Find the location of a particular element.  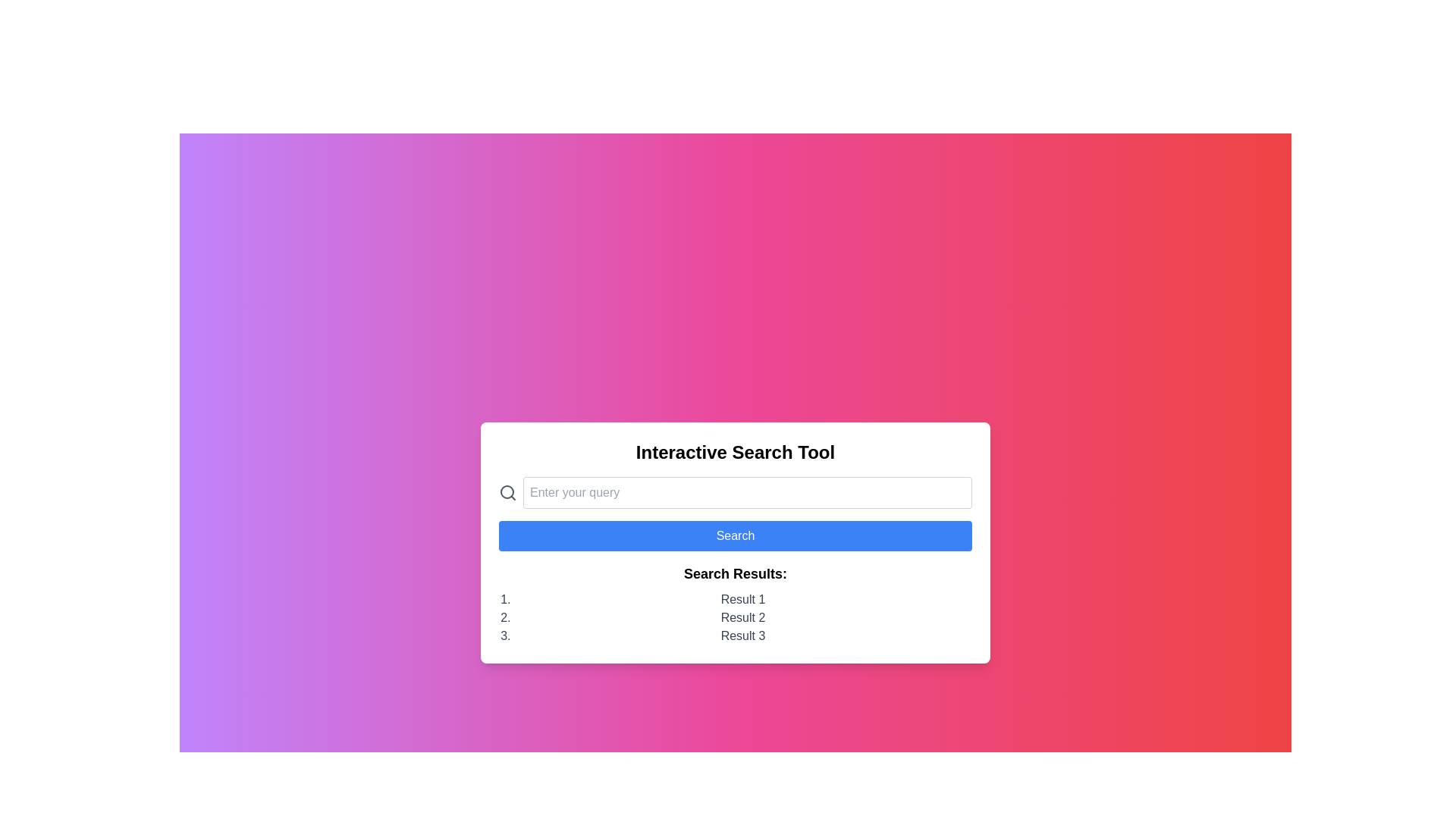

the distinct search button located centrally within the dialog box, directly below the input field labeled 'Enter your query' is located at coordinates (735, 542).